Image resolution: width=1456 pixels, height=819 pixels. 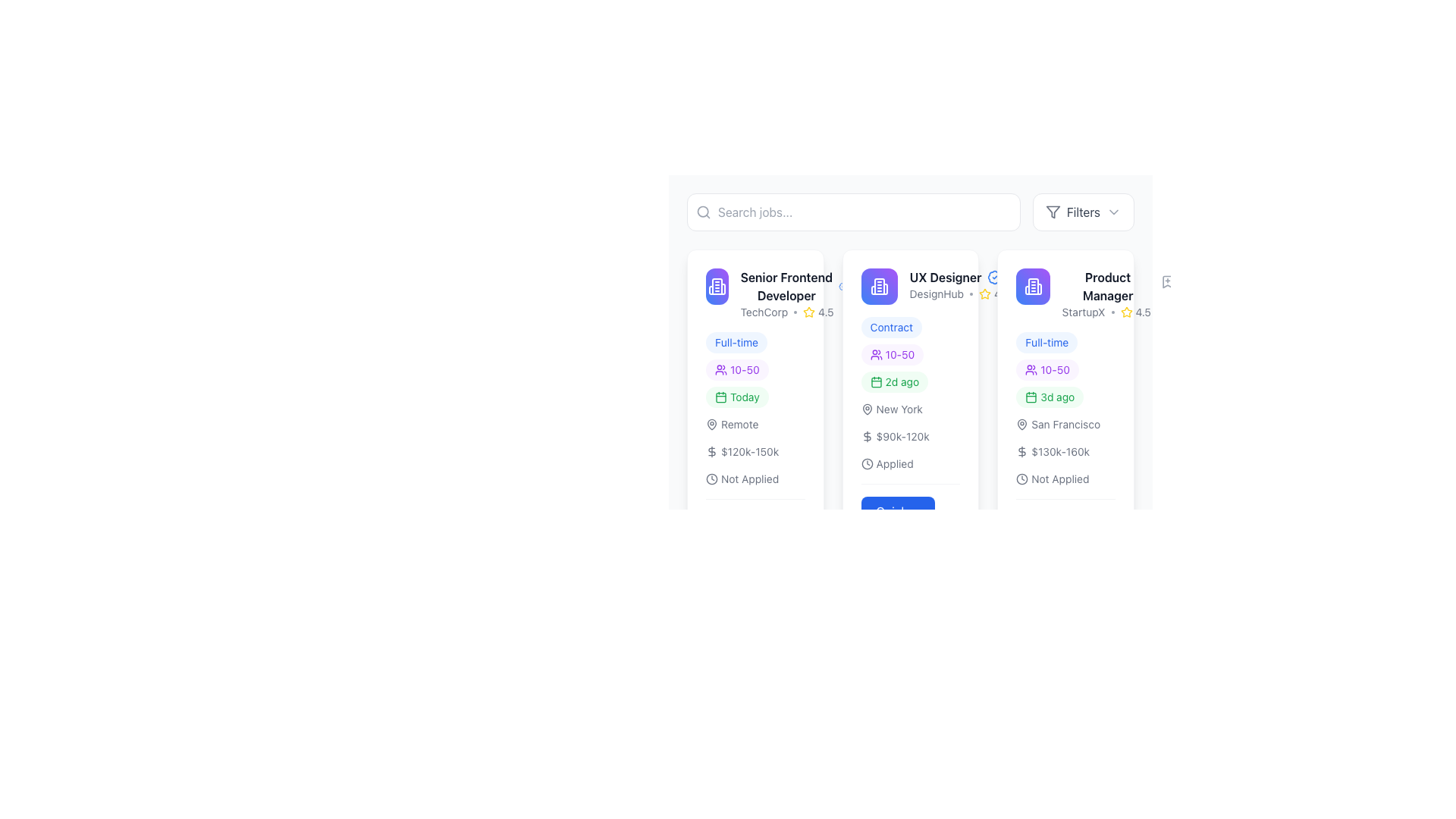 I want to click on the stylized funnel icon representing the graphic filter feature located in the top center toolbar, so click(x=1052, y=212).